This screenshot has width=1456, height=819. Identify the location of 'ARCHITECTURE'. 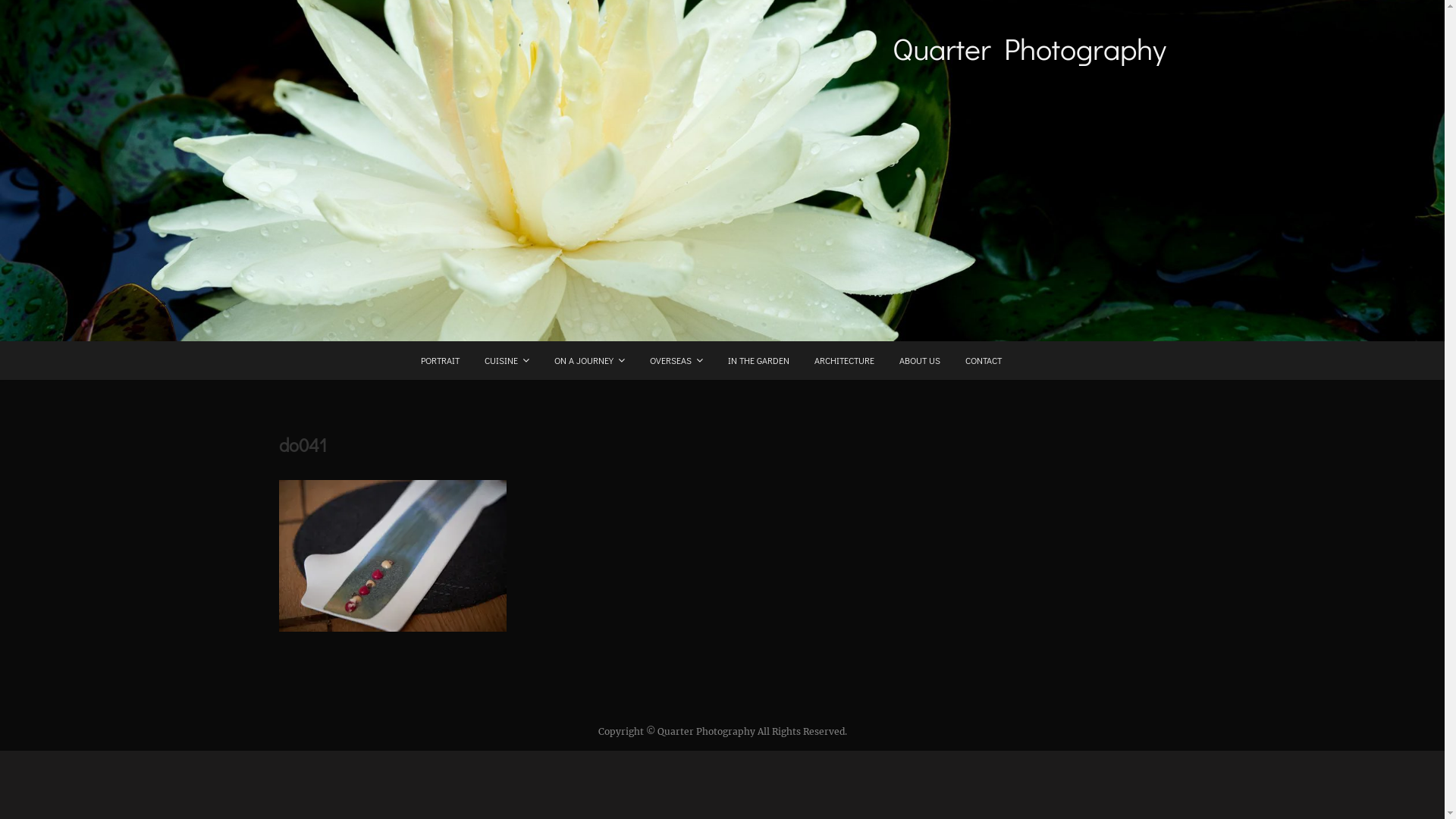
(843, 360).